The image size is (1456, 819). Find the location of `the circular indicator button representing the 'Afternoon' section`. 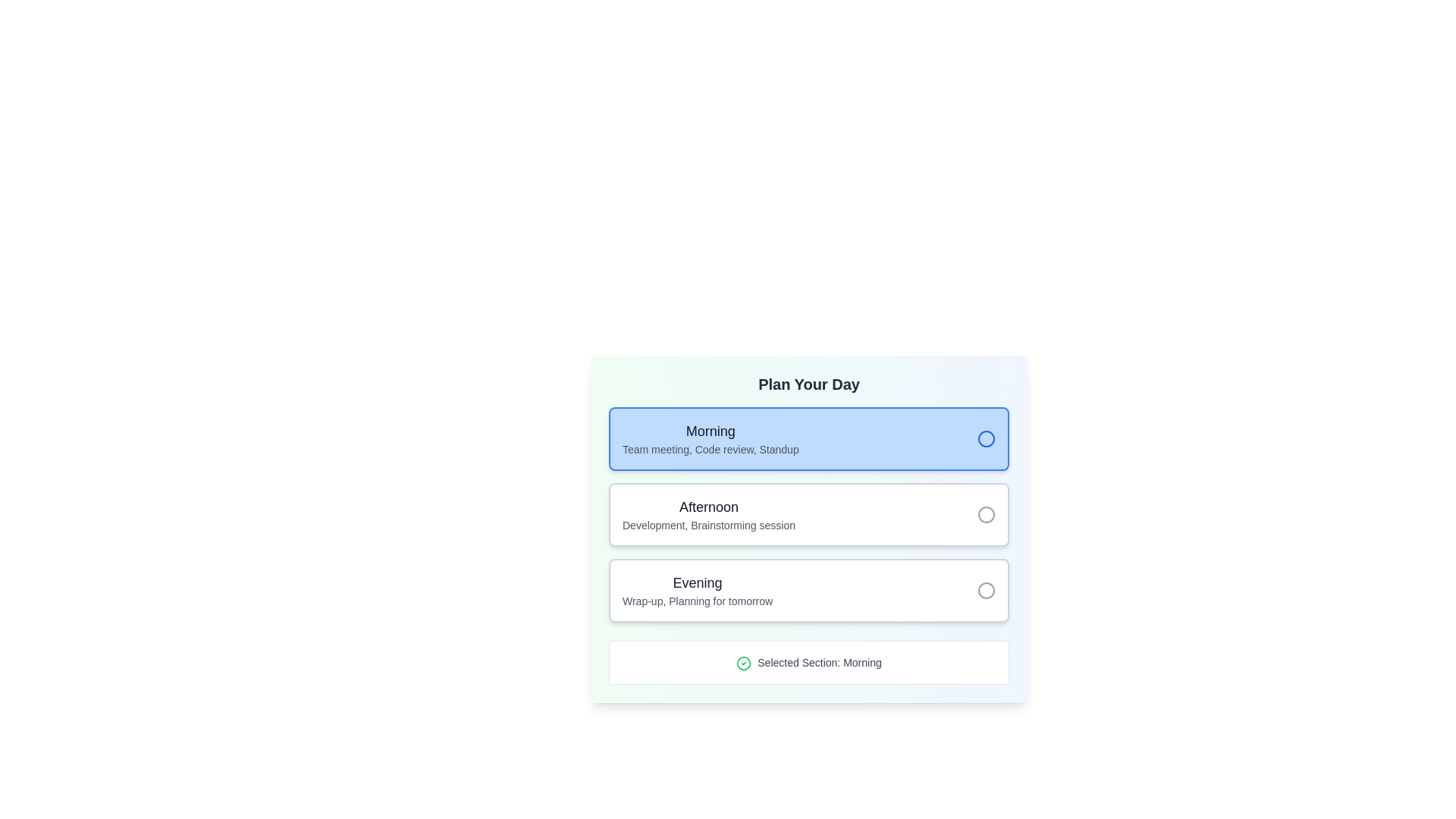

the circular indicator button representing the 'Afternoon' section is located at coordinates (986, 513).